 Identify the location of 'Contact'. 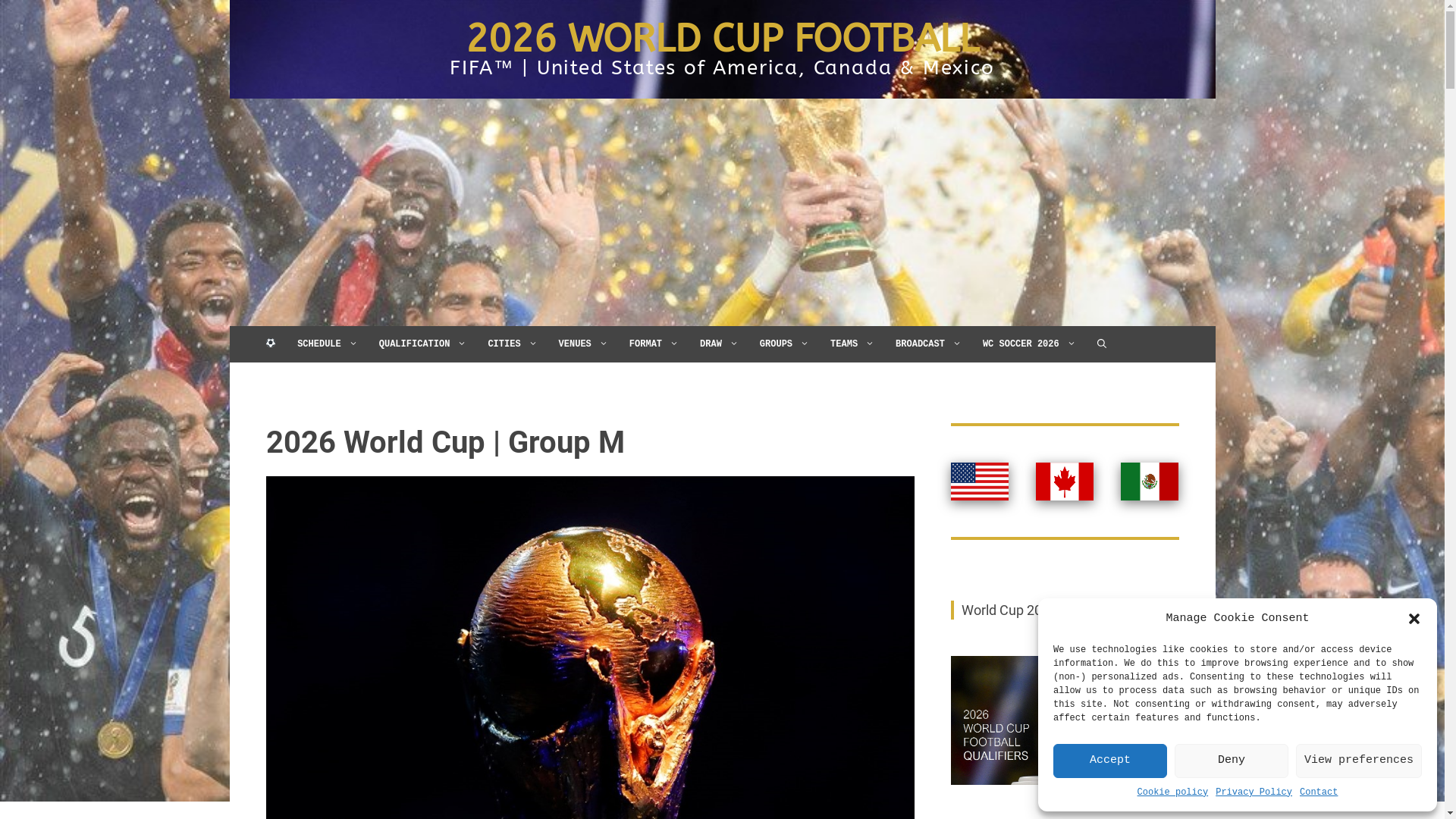
(1317, 792).